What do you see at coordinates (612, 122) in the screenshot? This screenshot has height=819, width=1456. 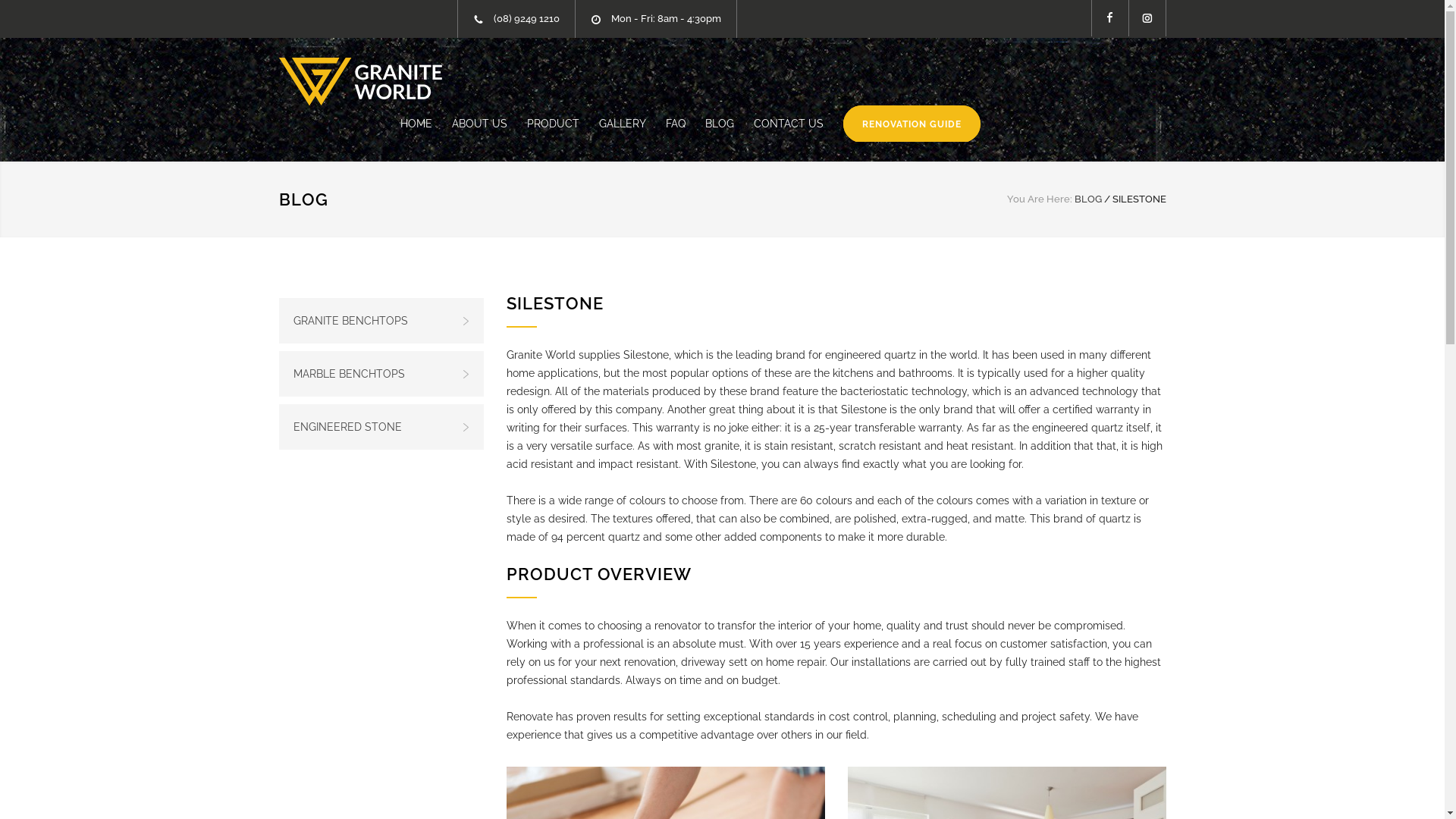 I see `'GALLERY'` at bounding box center [612, 122].